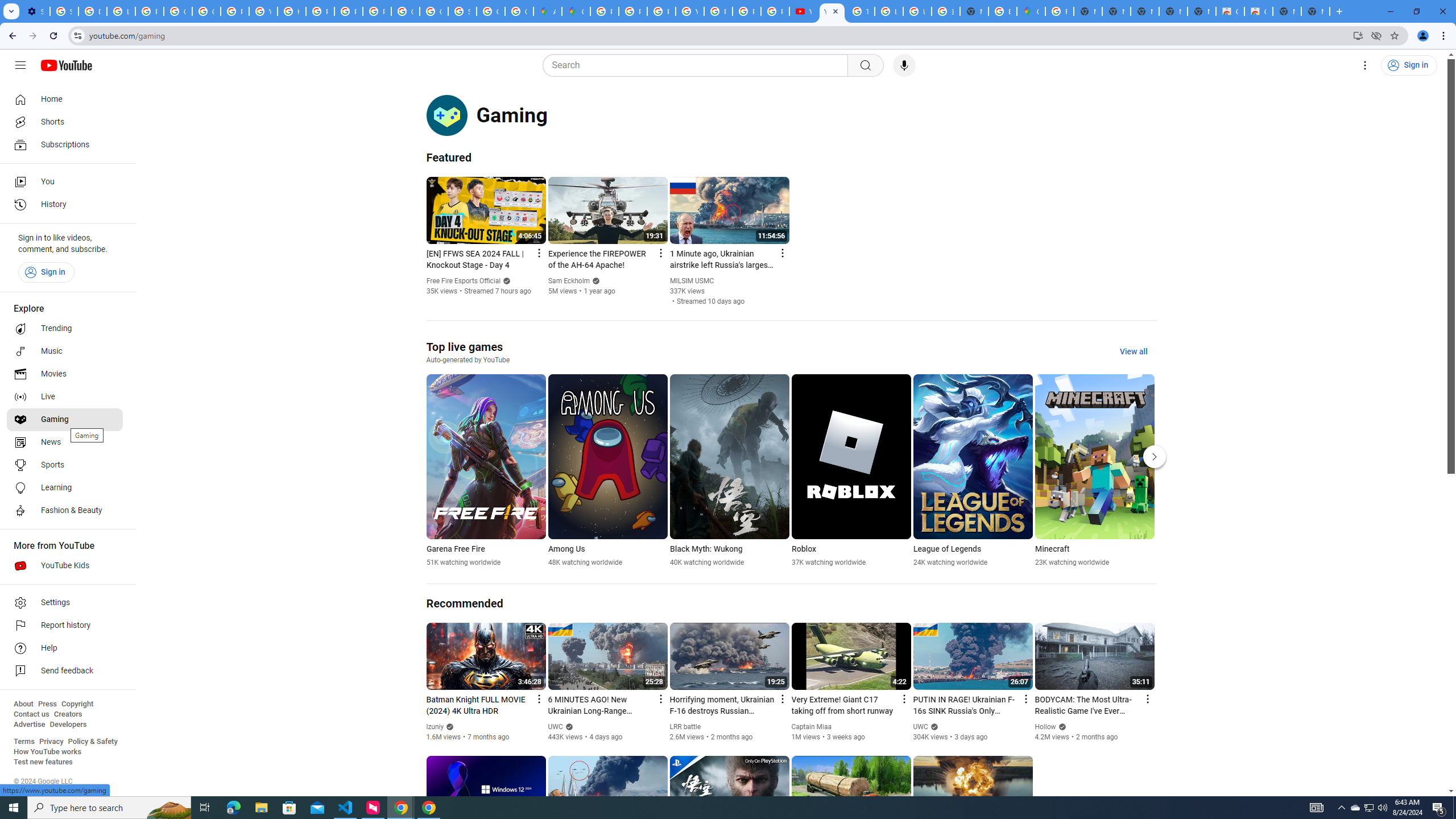  I want to click on 'Hollow', so click(1045, 727).